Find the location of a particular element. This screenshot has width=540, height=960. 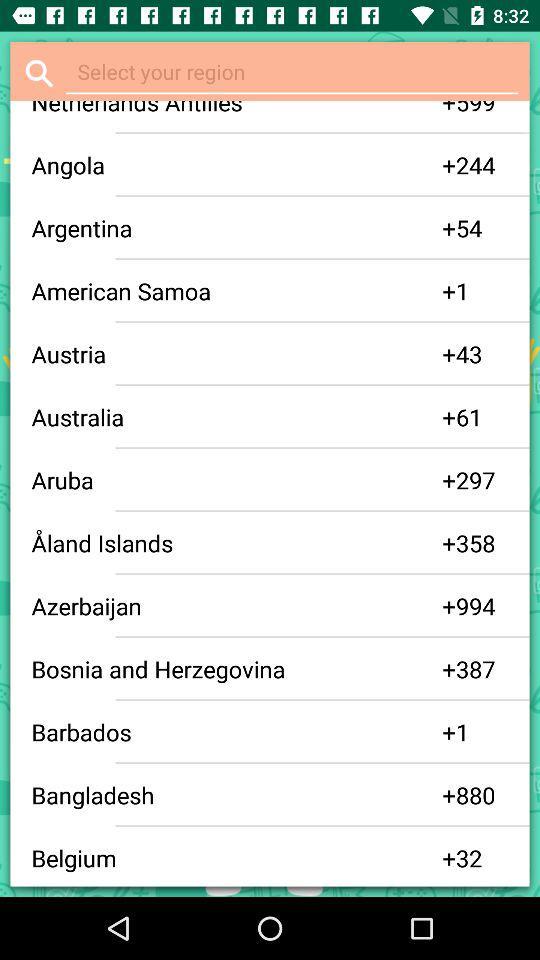

the app to the right of the austria is located at coordinates (449, 354).